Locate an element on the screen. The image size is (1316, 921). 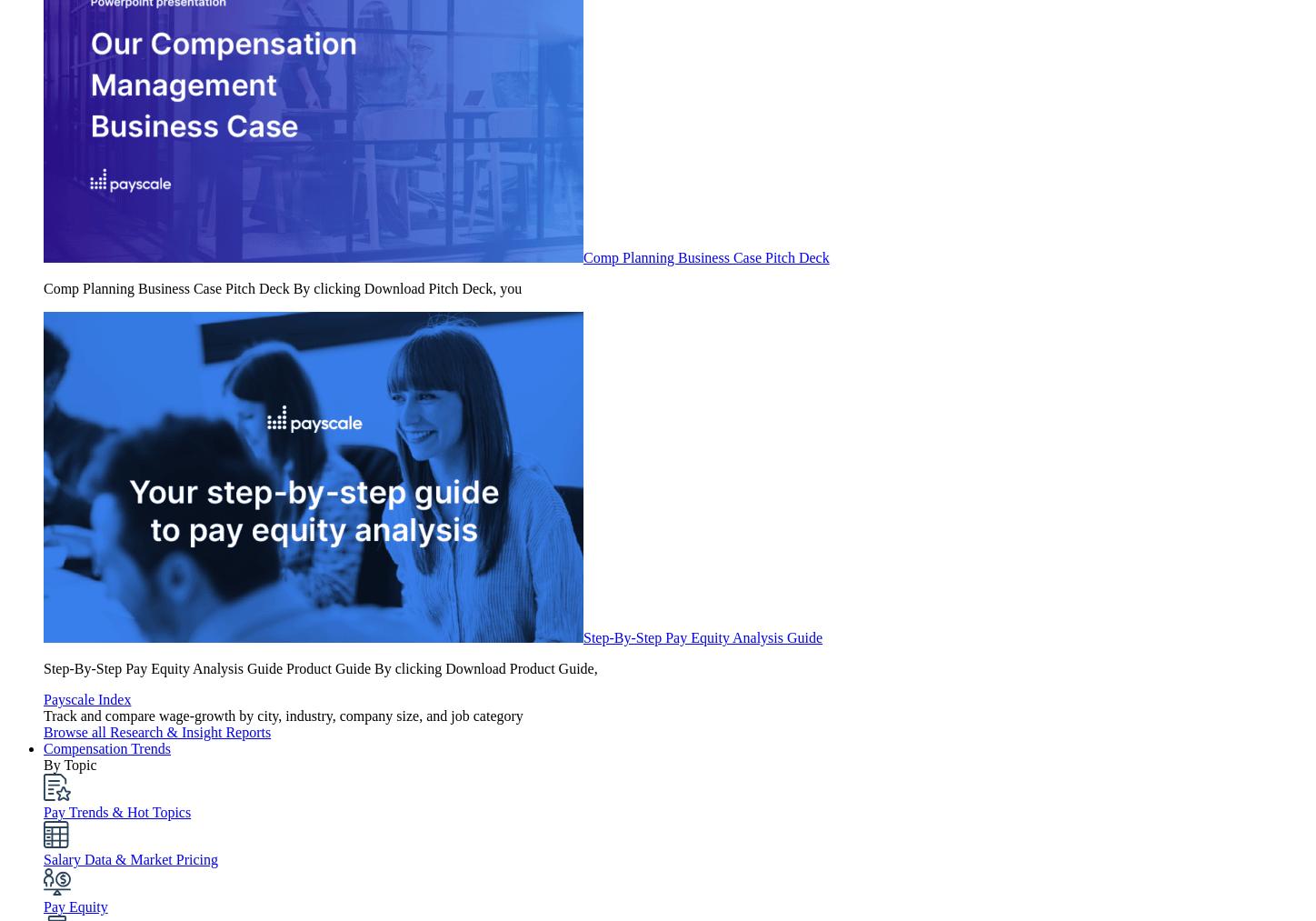
'By Topic' is located at coordinates (70, 764).